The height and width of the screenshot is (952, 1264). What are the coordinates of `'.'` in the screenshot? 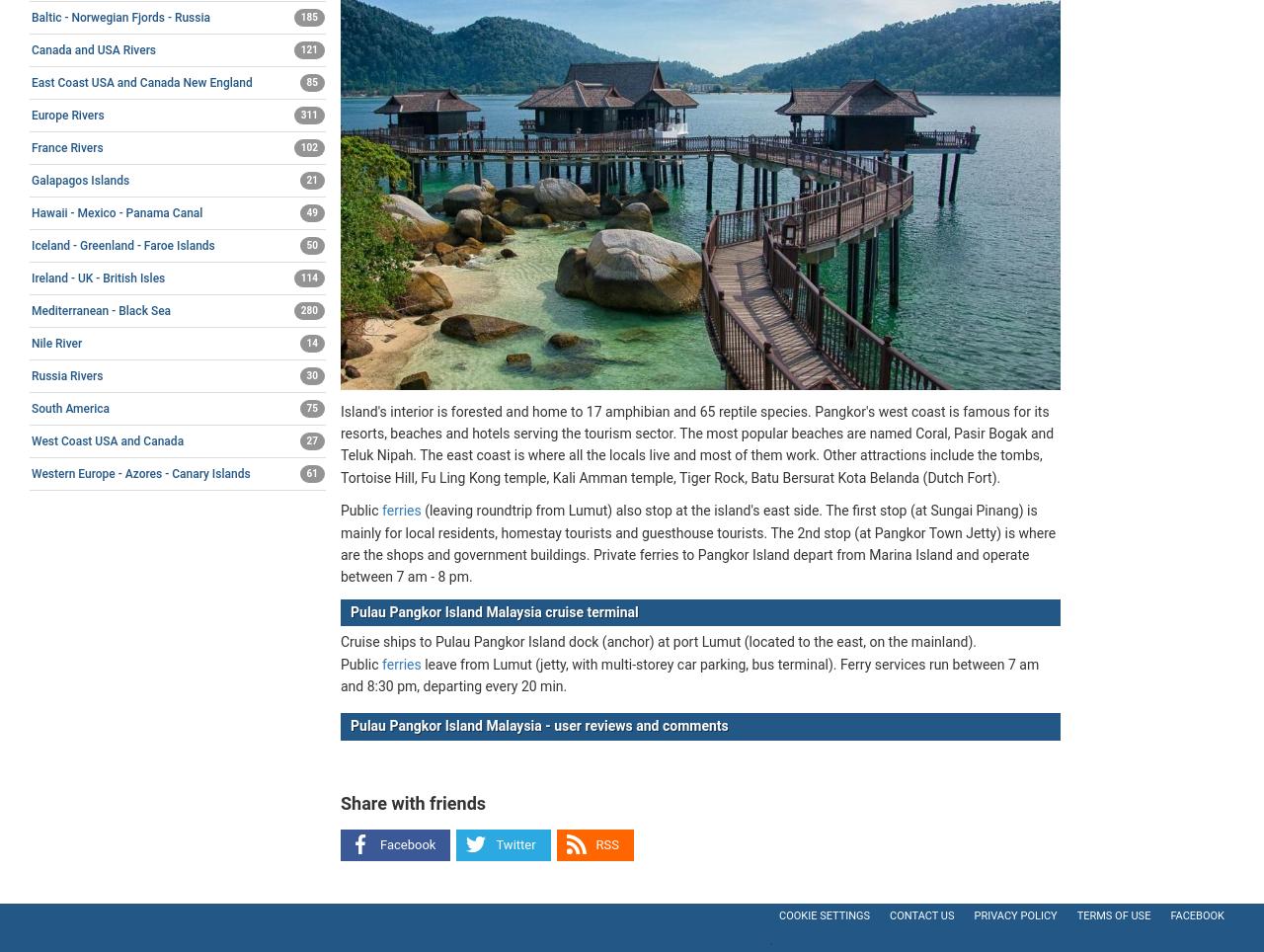 It's located at (769, 940).